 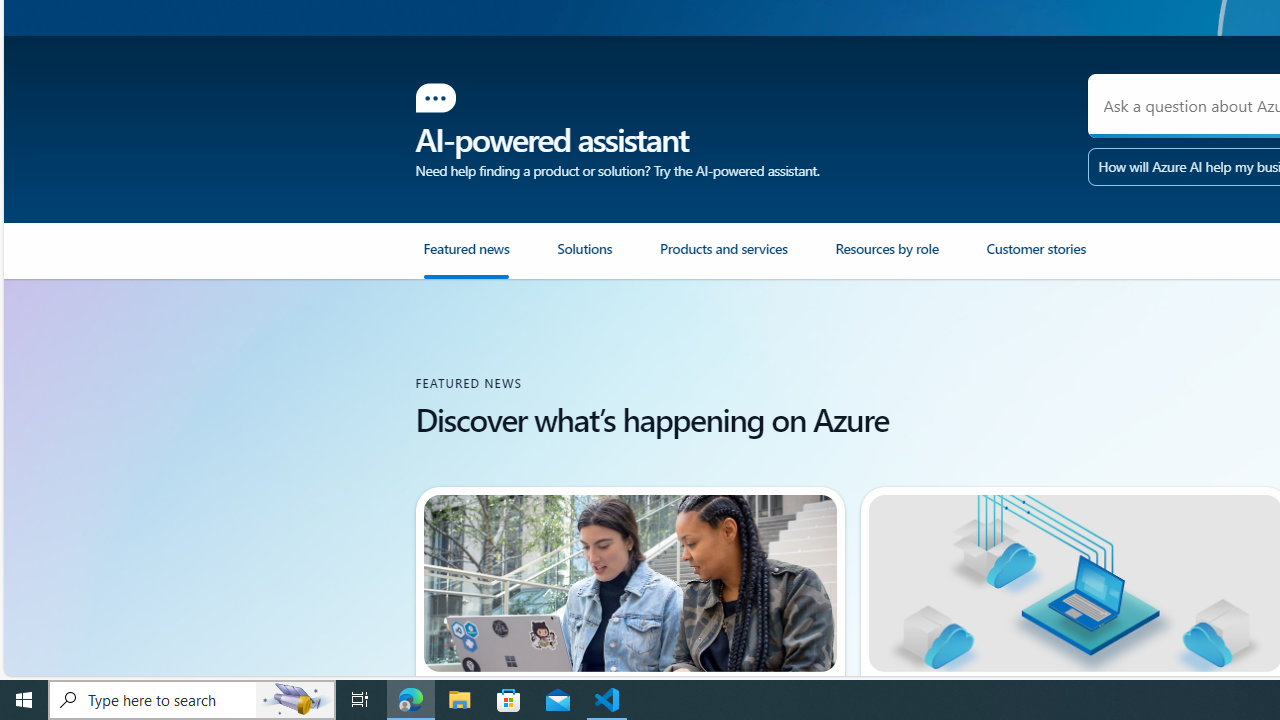 I want to click on 'Products and services', so click(x=747, y=258).